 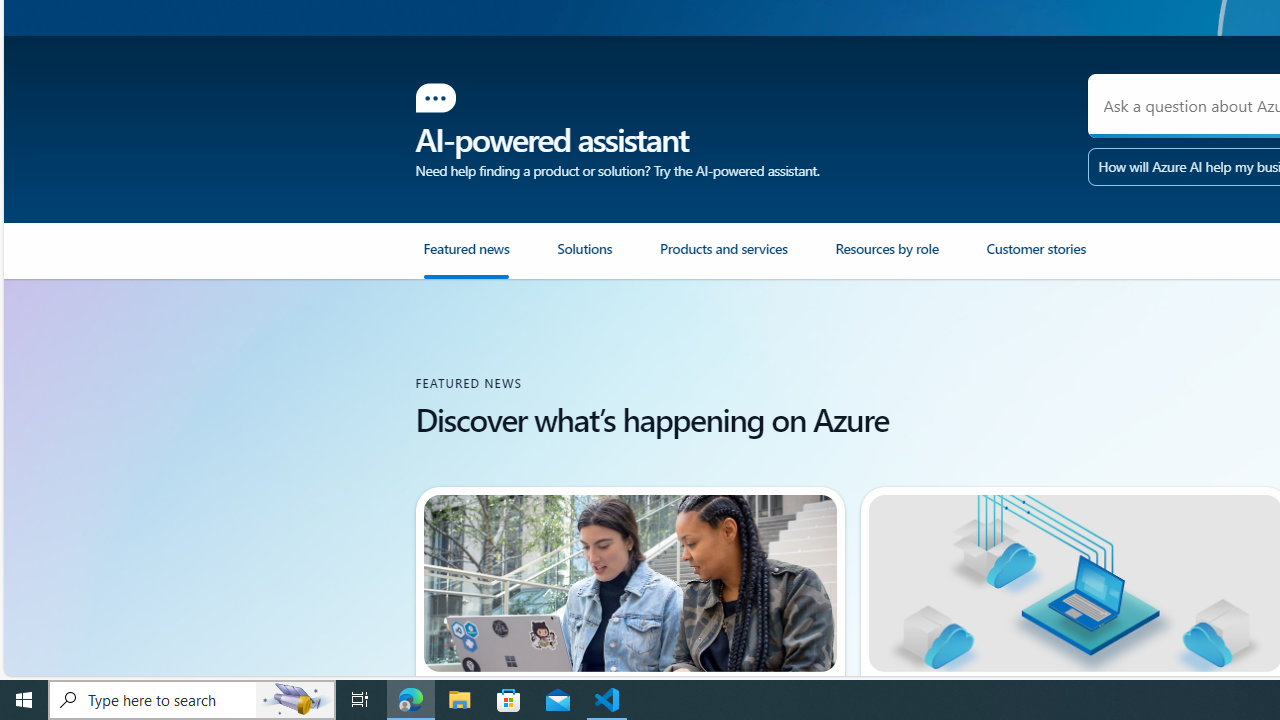 I want to click on 'Products and services', so click(x=747, y=258).